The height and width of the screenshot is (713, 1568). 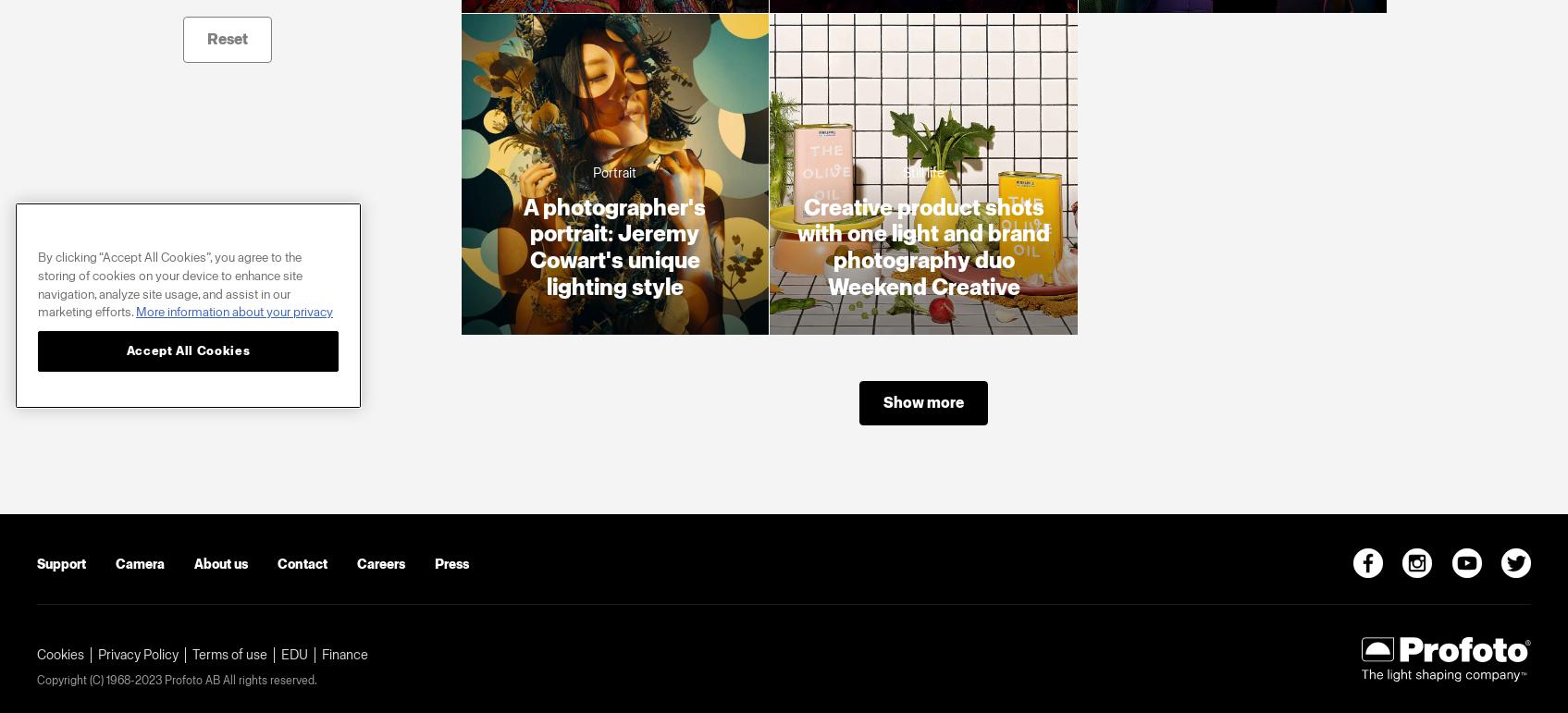 I want to click on 'Contact', so click(x=278, y=563).